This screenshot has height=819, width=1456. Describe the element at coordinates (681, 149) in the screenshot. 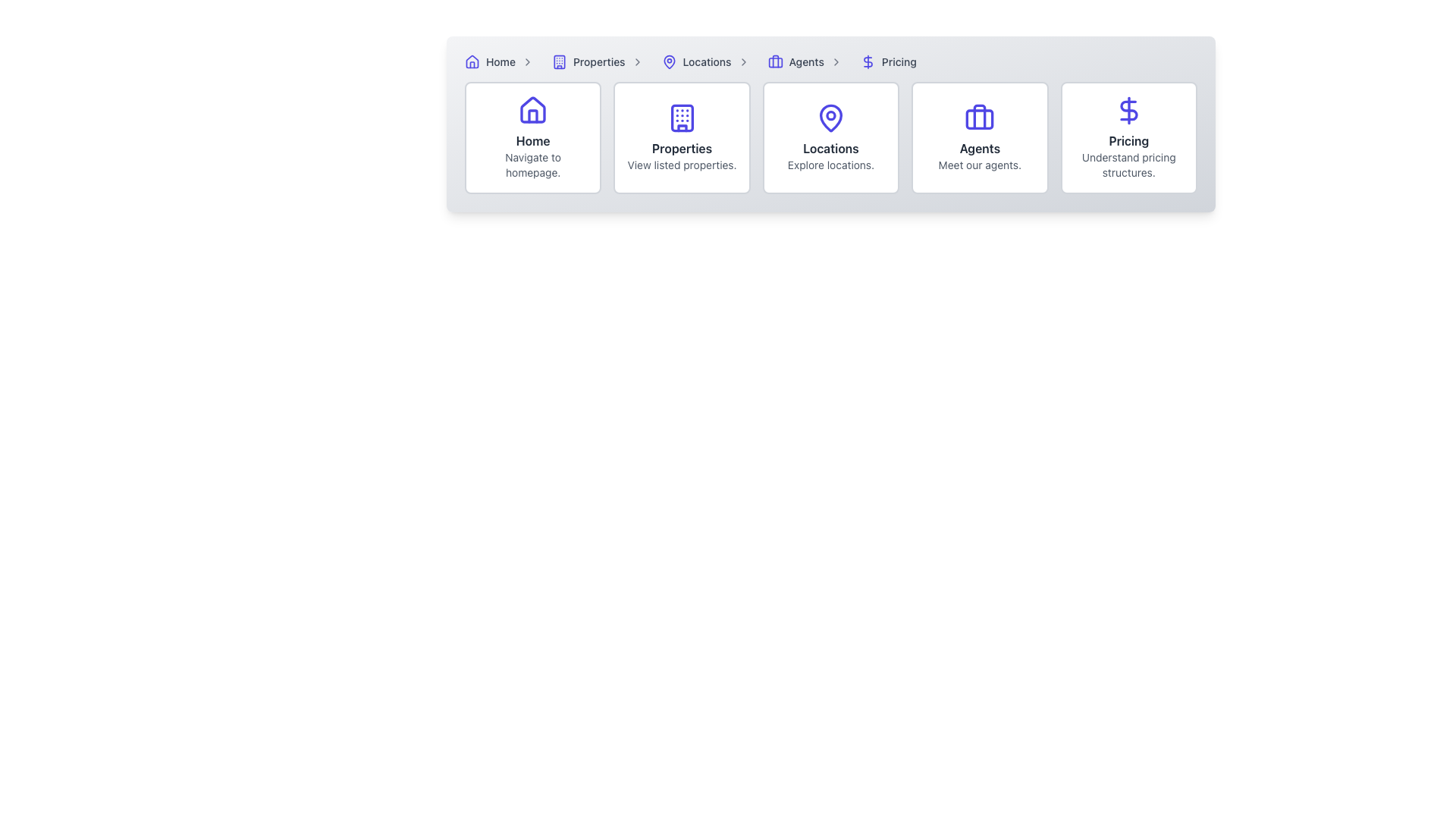

I see `bold text label 'Properties' which is centrally located in the second card of a sequence of similar cards, positioned at the upper-center of the page` at that location.